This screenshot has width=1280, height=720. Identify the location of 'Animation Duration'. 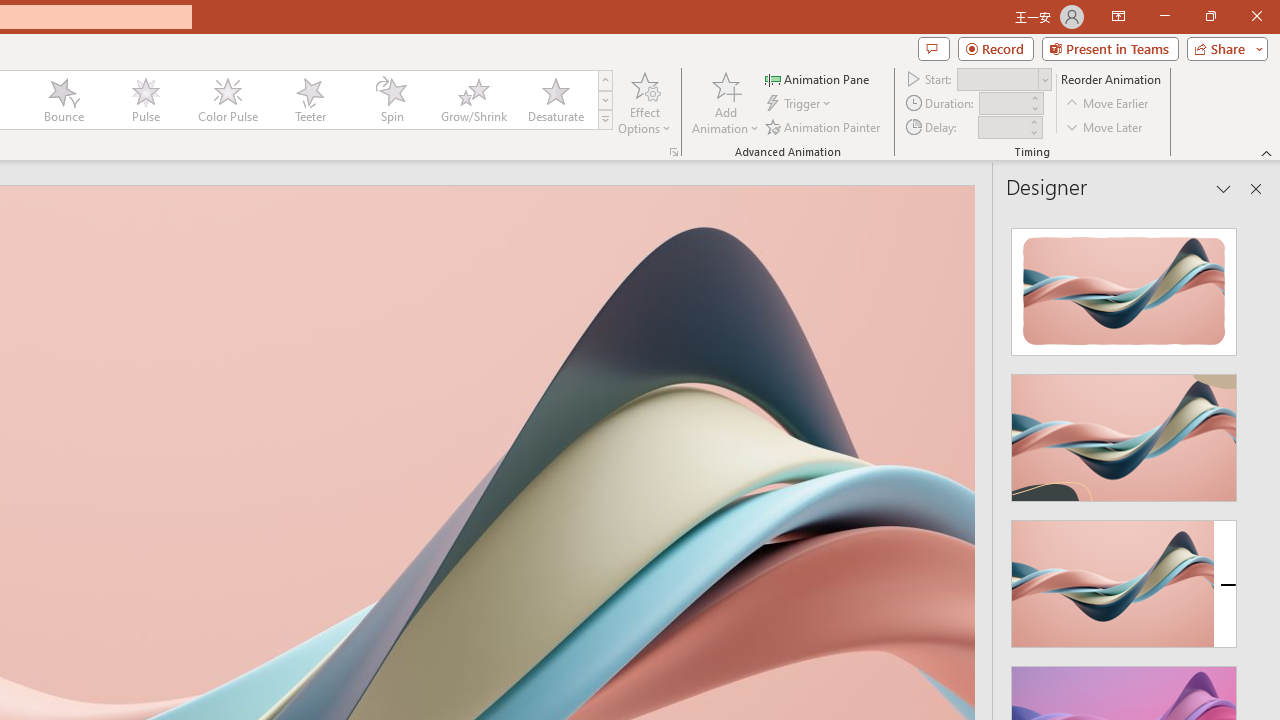
(1003, 103).